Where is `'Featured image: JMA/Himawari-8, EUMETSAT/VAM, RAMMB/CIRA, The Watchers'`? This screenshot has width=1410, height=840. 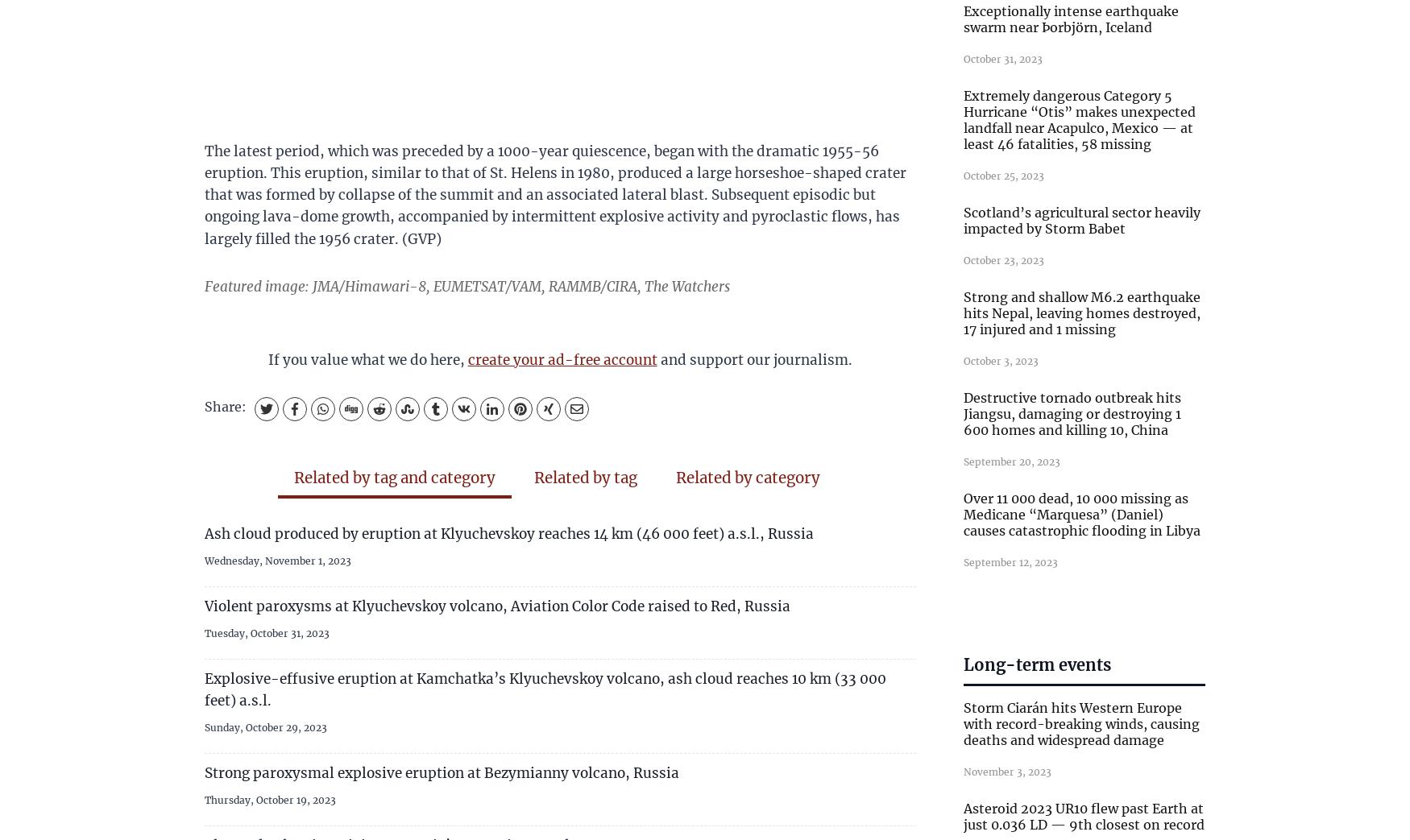
'Featured image: JMA/Himawari-8, EUMETSAT/VAM, RAMMB/CIRA, The Watchers' is located at coordinates (467, 285).